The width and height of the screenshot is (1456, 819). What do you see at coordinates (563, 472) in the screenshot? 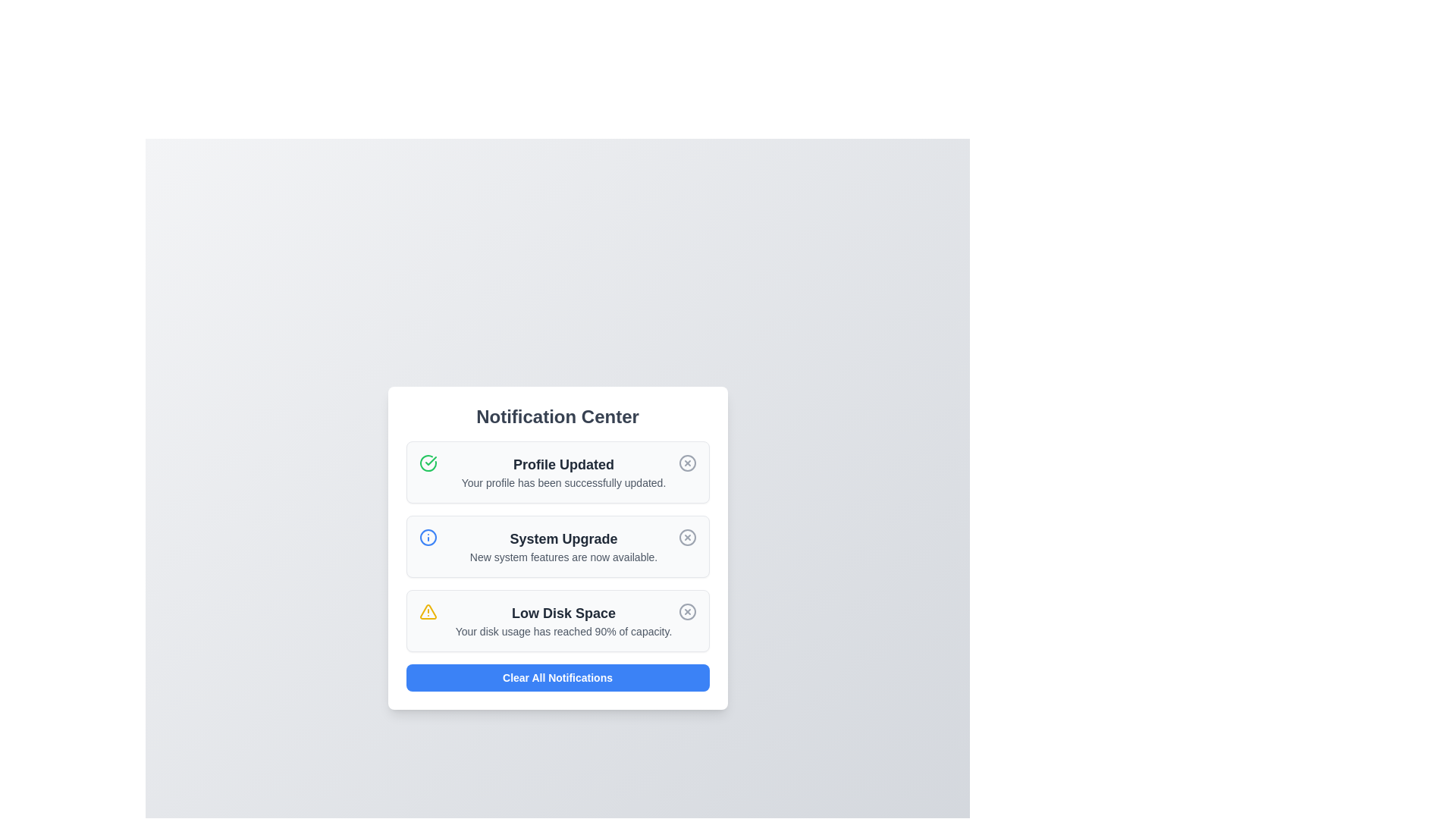
I see `notification message indicating that the profile update was successfully completed, located in the top notification area of the notification center` at bounding box center [563, 472].